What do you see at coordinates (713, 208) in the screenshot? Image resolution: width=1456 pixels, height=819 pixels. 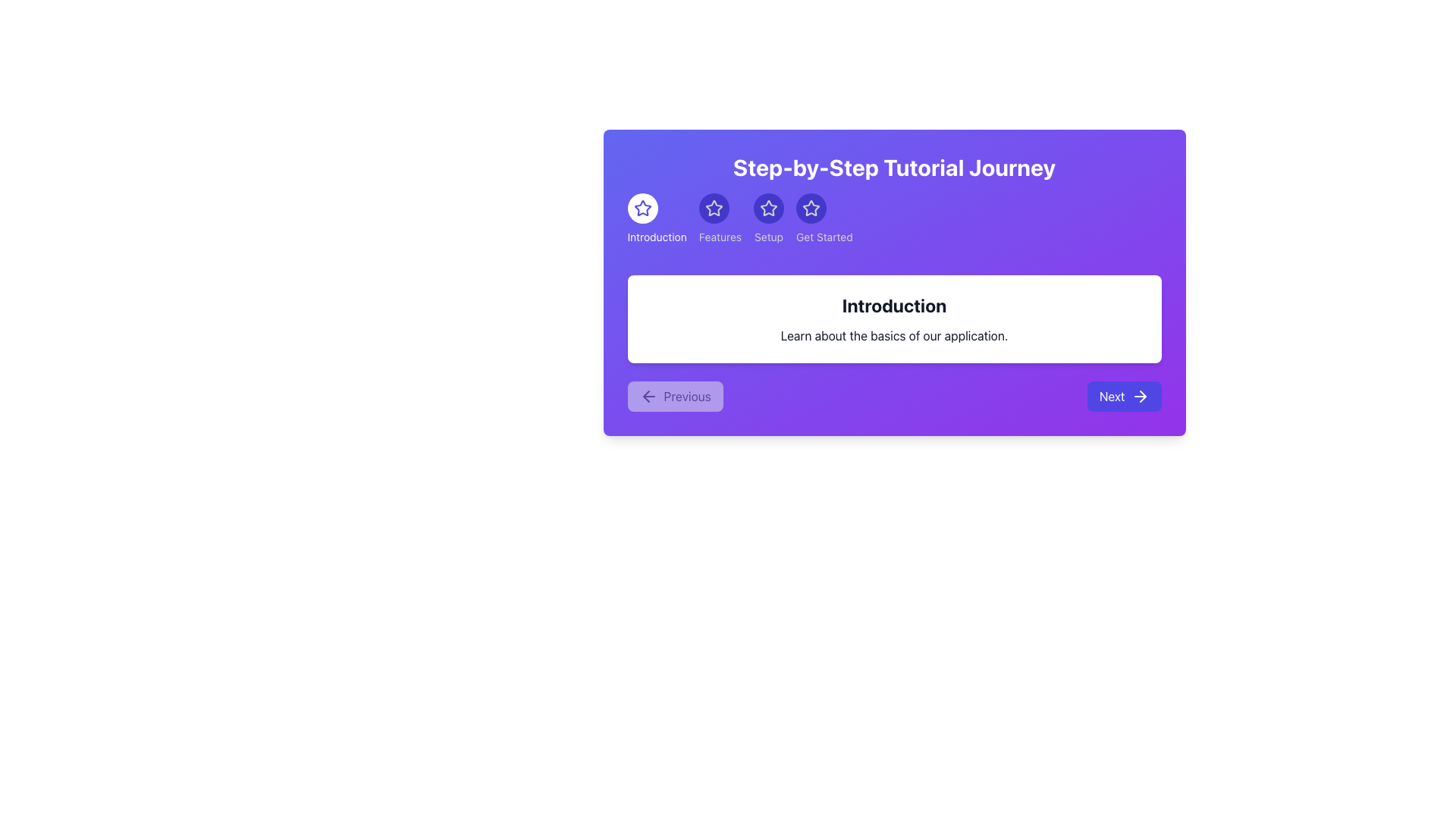 I see `the 'Features' step icon in the guided tutorial, which is the second icon from the left, following the 'Introduction' step indicator` at bounding box center [713, 208].